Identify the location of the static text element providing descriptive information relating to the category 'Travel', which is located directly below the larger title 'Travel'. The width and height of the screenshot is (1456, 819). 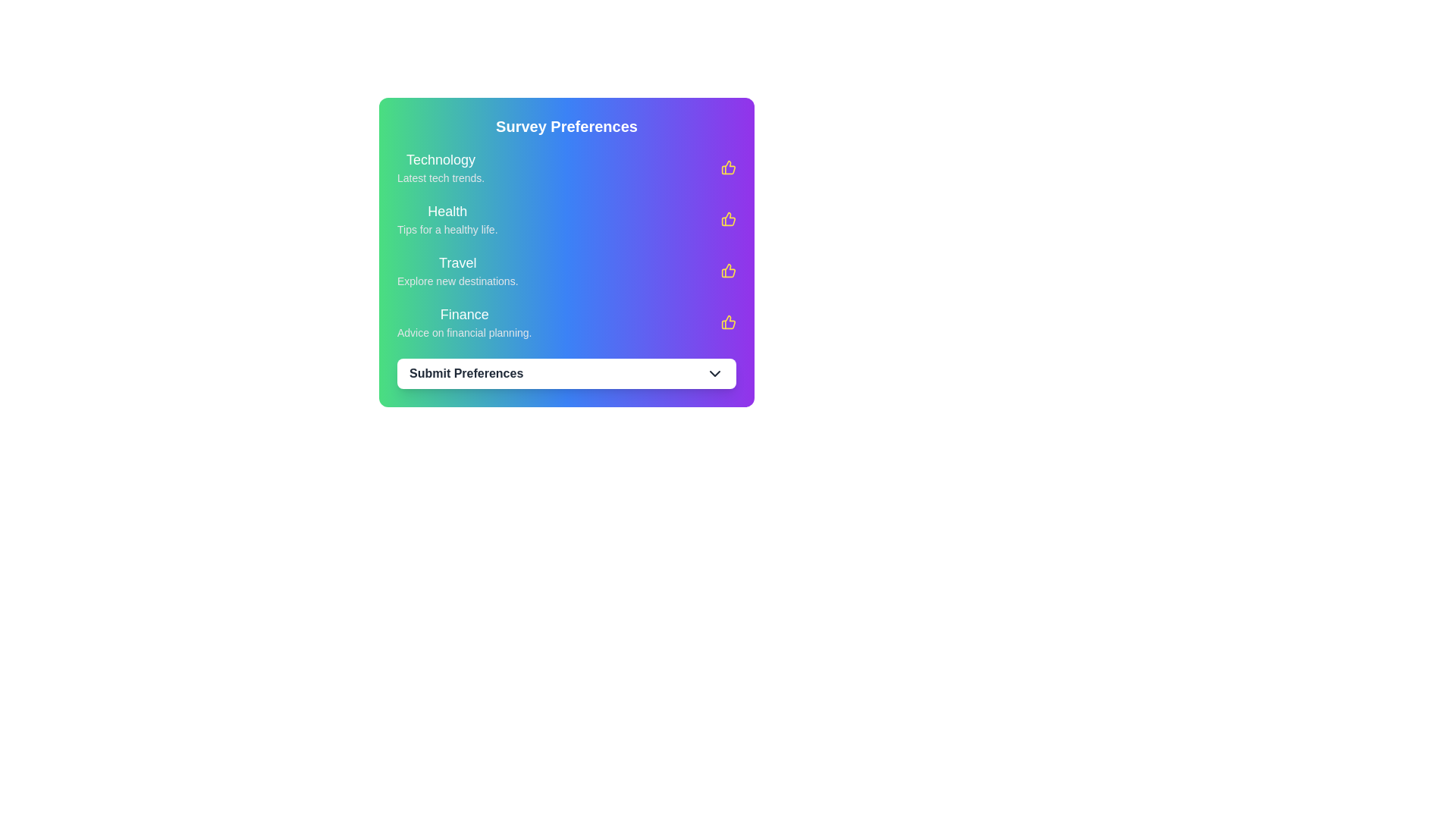
(457, 281).